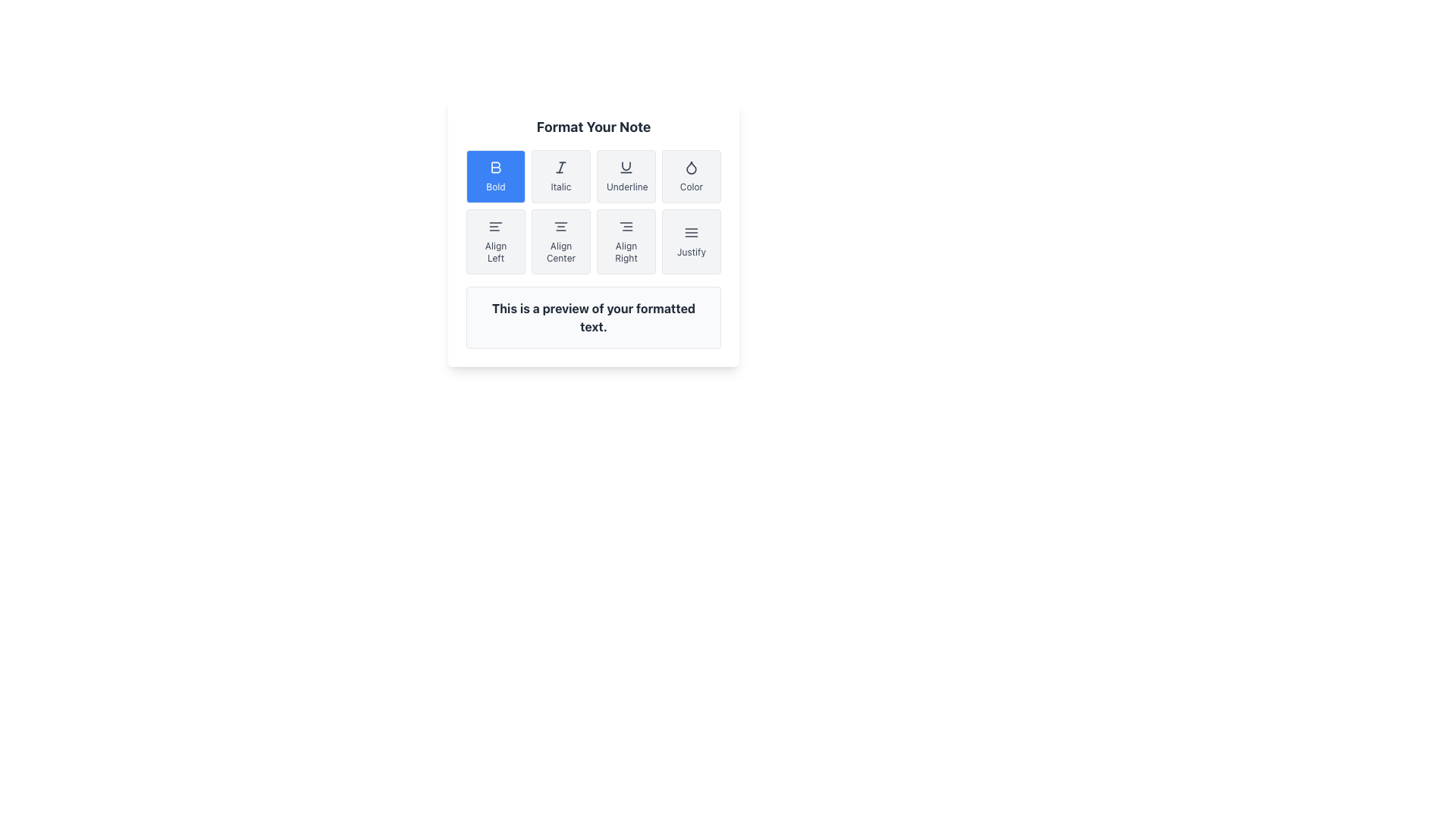 This screenshot has width=1456, height=819. Describe the element at coordinates (560, 167) in the screenshot. I see `the italicized 'I' icon in the 'Italic' button of the text formatting toolbar` at that location.